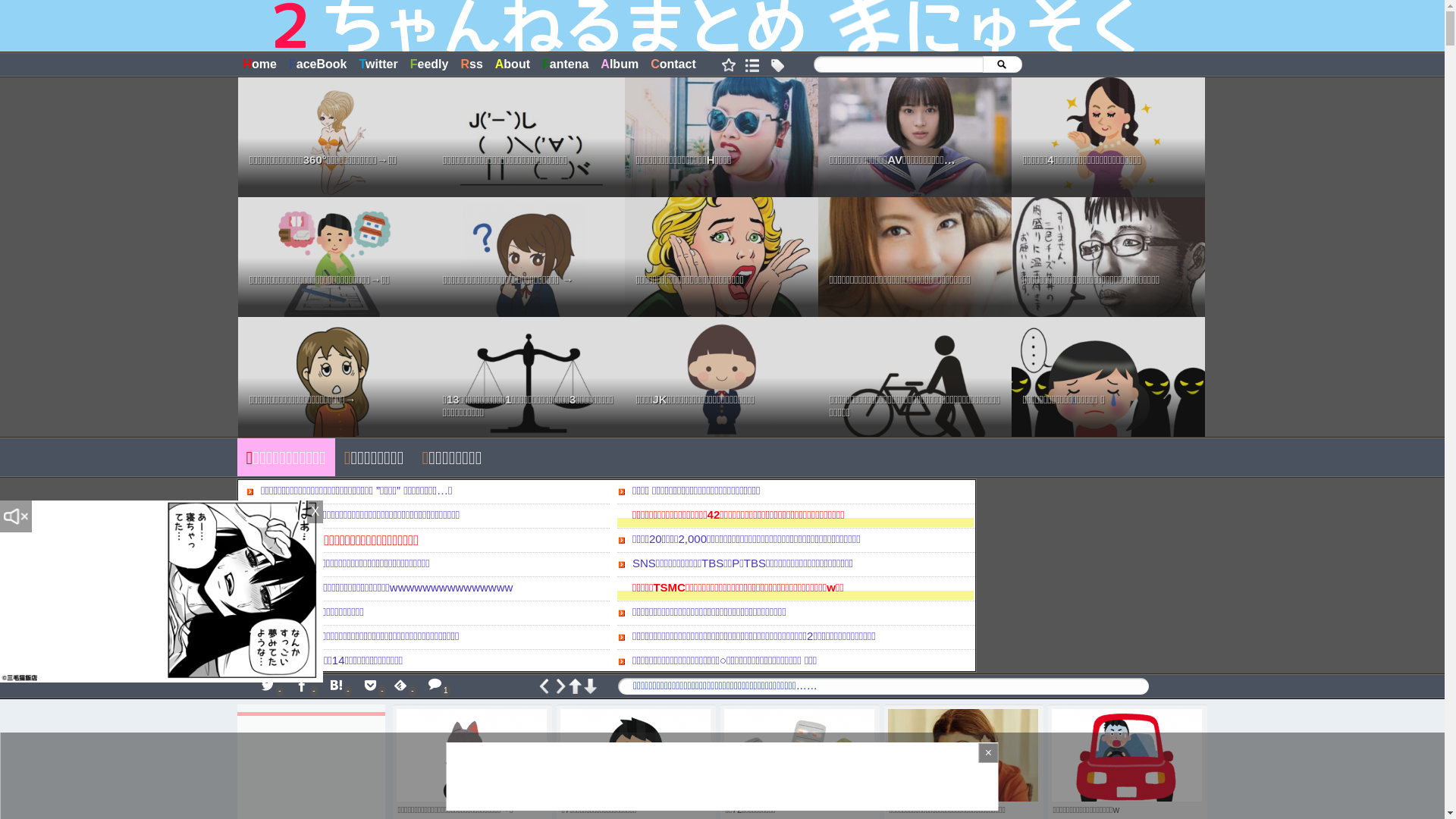 The image size is (1456, 819). I want to click on '1', so click(435, 685).